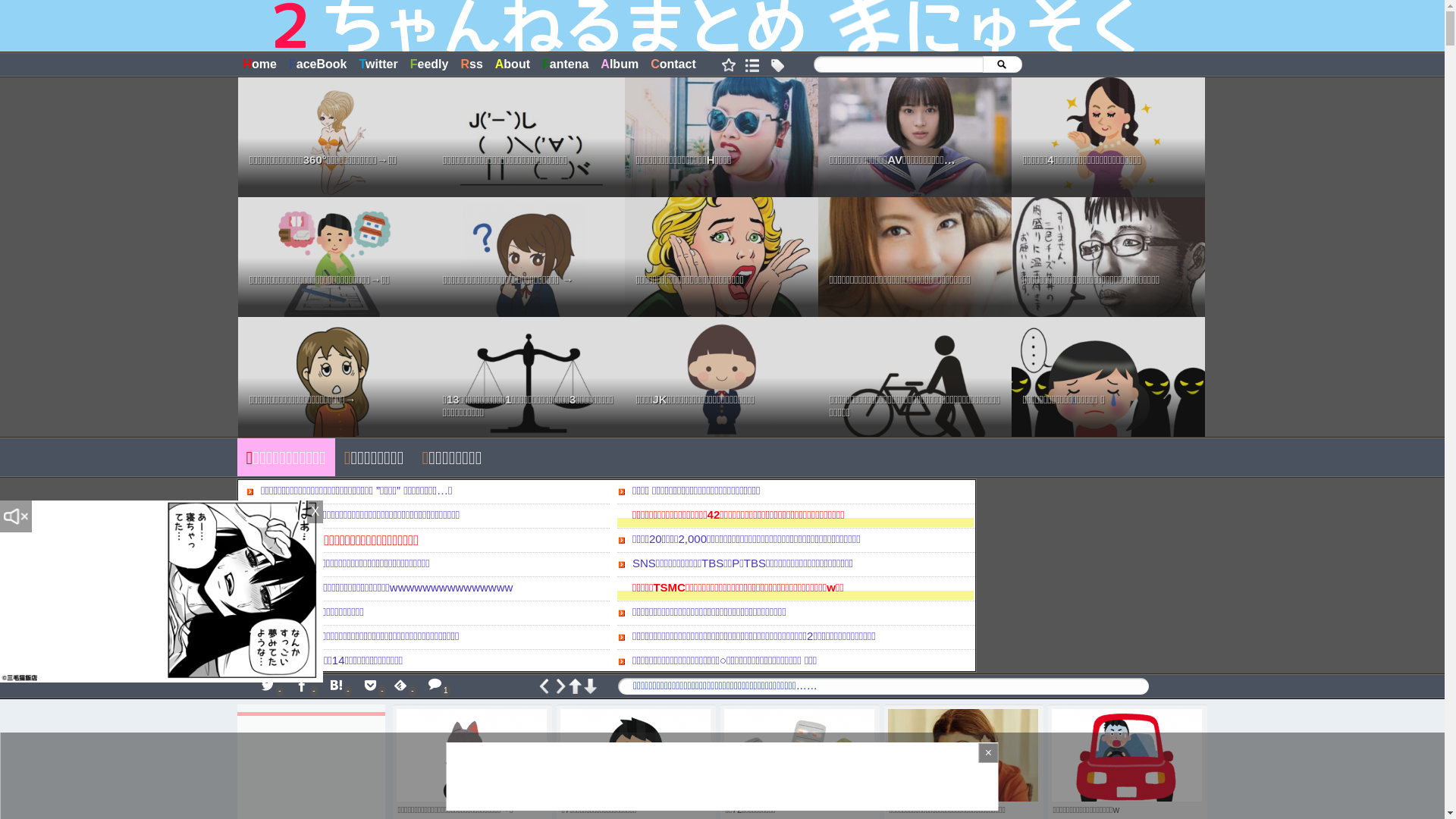 The image size is (1456, 819). I want to click on '1', so click(435, 685).